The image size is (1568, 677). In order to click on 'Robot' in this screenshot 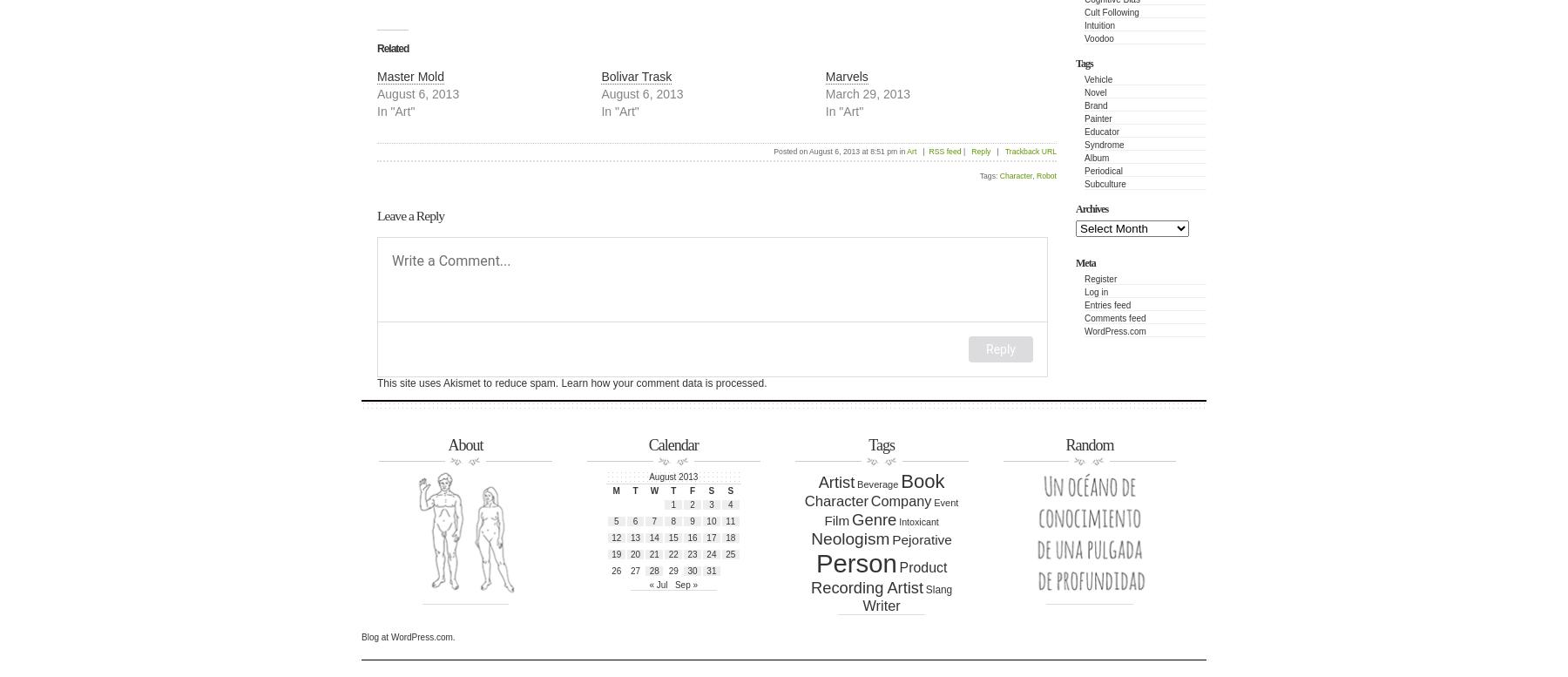, I will do `click(1044, 174)`.